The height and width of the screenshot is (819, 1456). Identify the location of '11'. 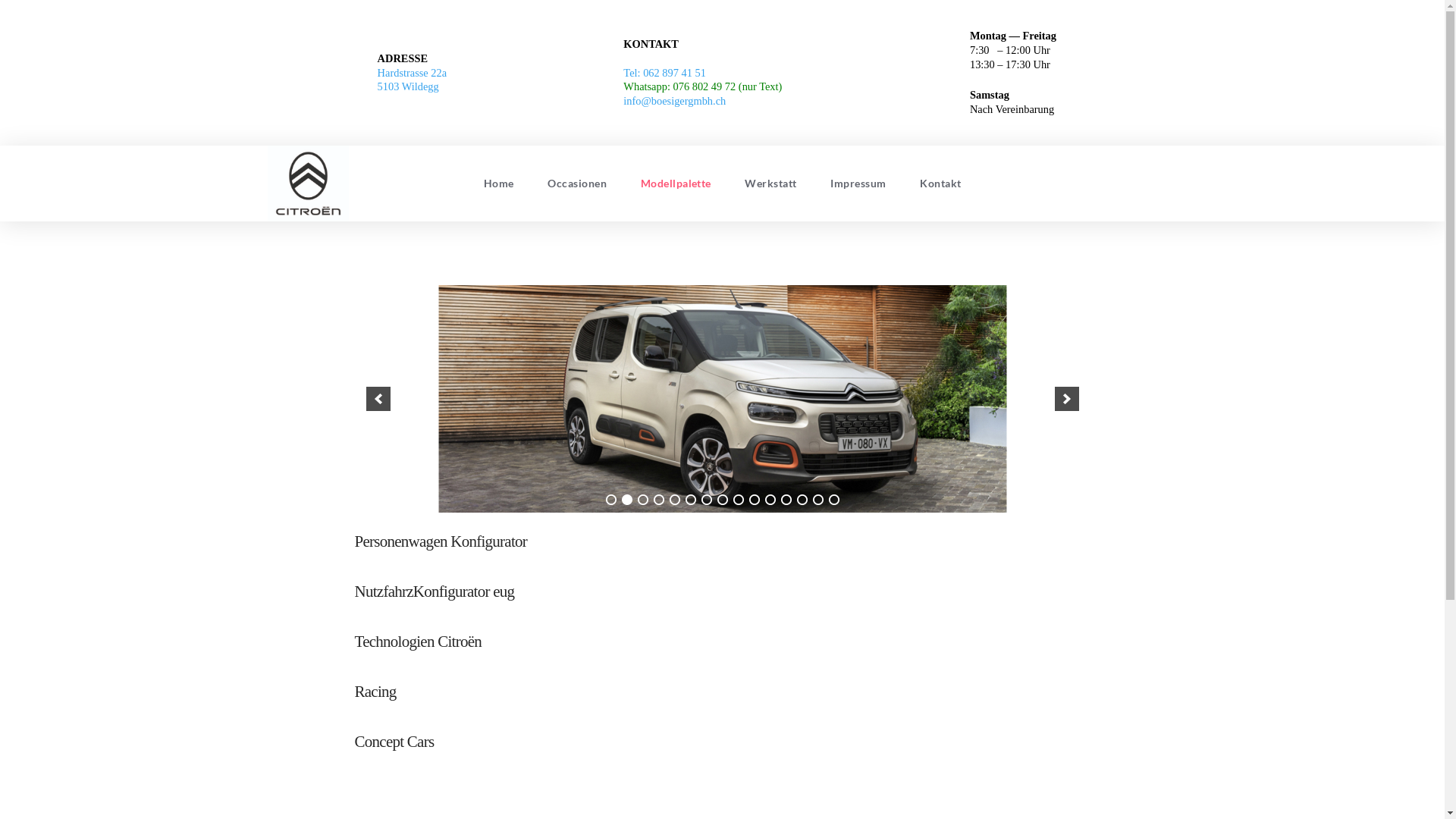
(769, 500).